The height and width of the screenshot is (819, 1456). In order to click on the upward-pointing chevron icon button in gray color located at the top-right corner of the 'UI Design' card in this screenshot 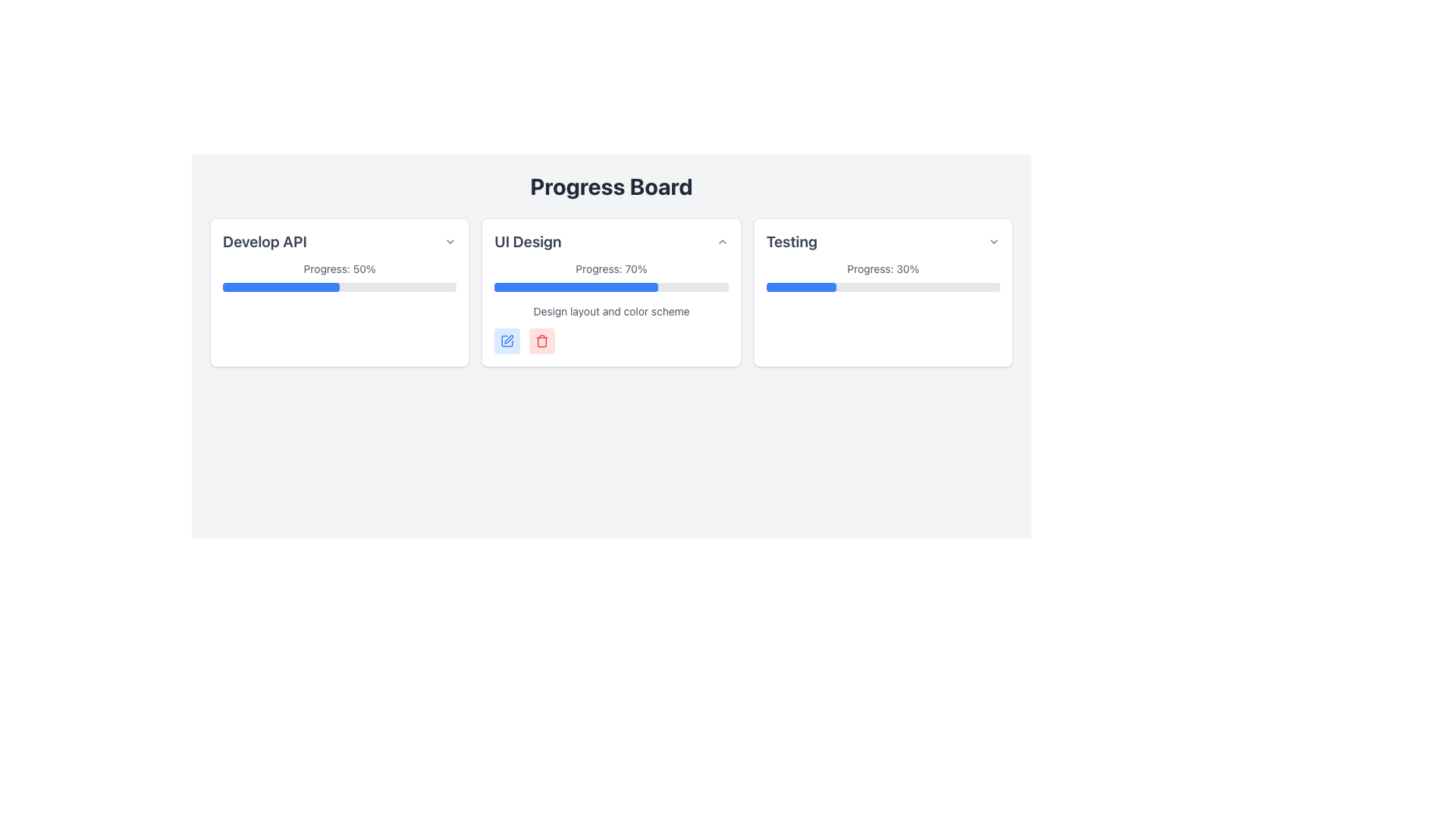, I will do `click(721, 241)`.